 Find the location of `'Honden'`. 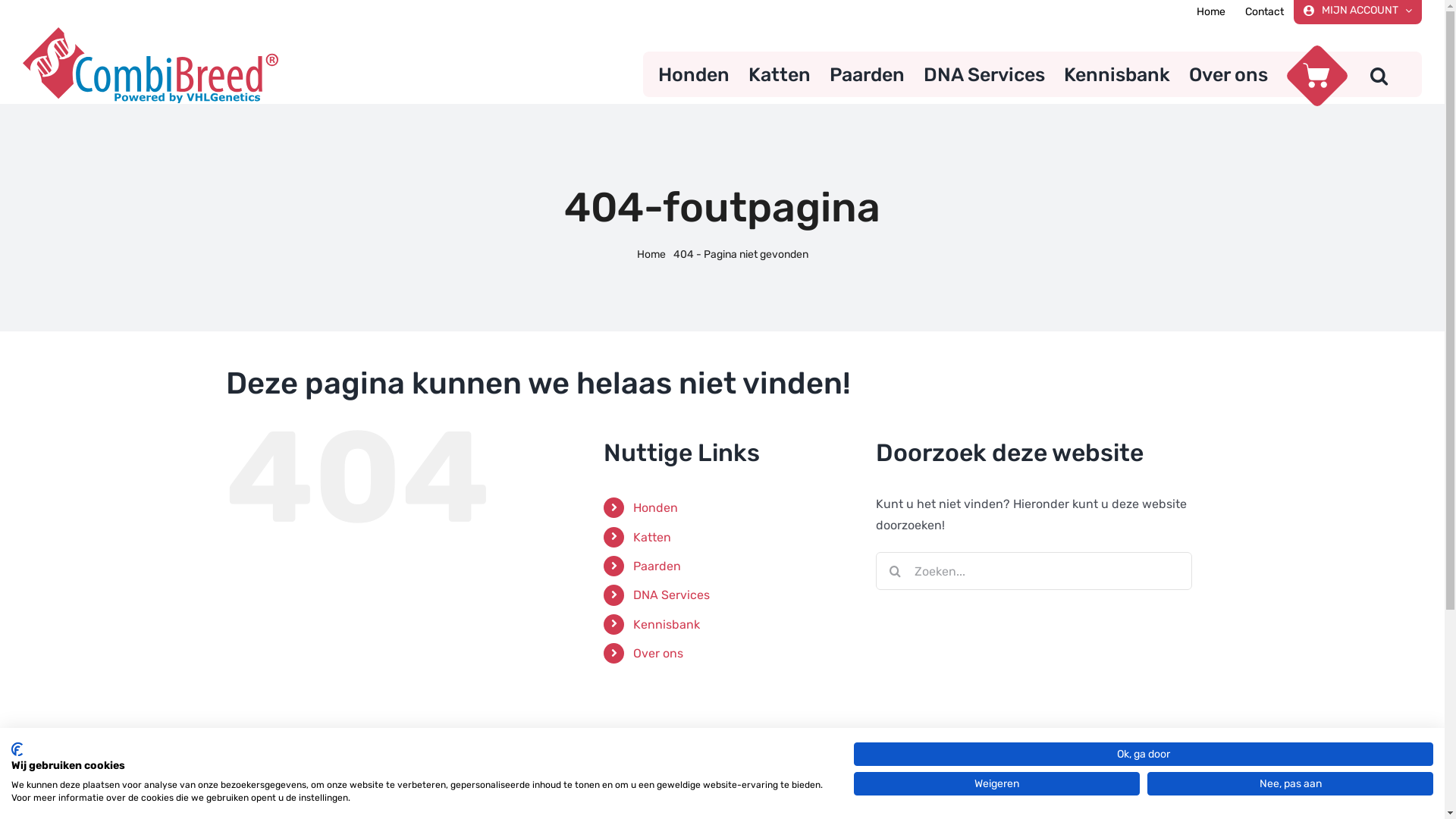

'Honden' is located at coordinates (633, 507).